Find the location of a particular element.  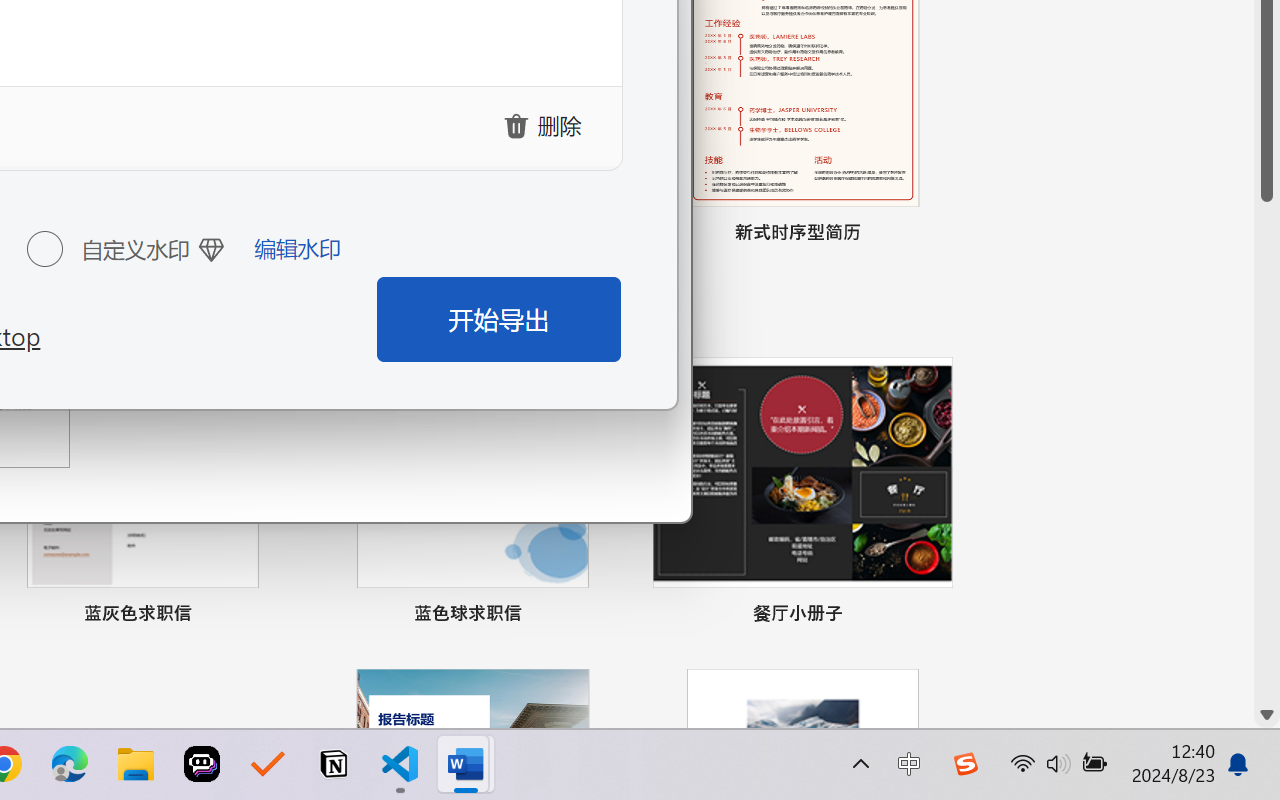

'Microsoft Edge' is located at coordinates (69, 764).